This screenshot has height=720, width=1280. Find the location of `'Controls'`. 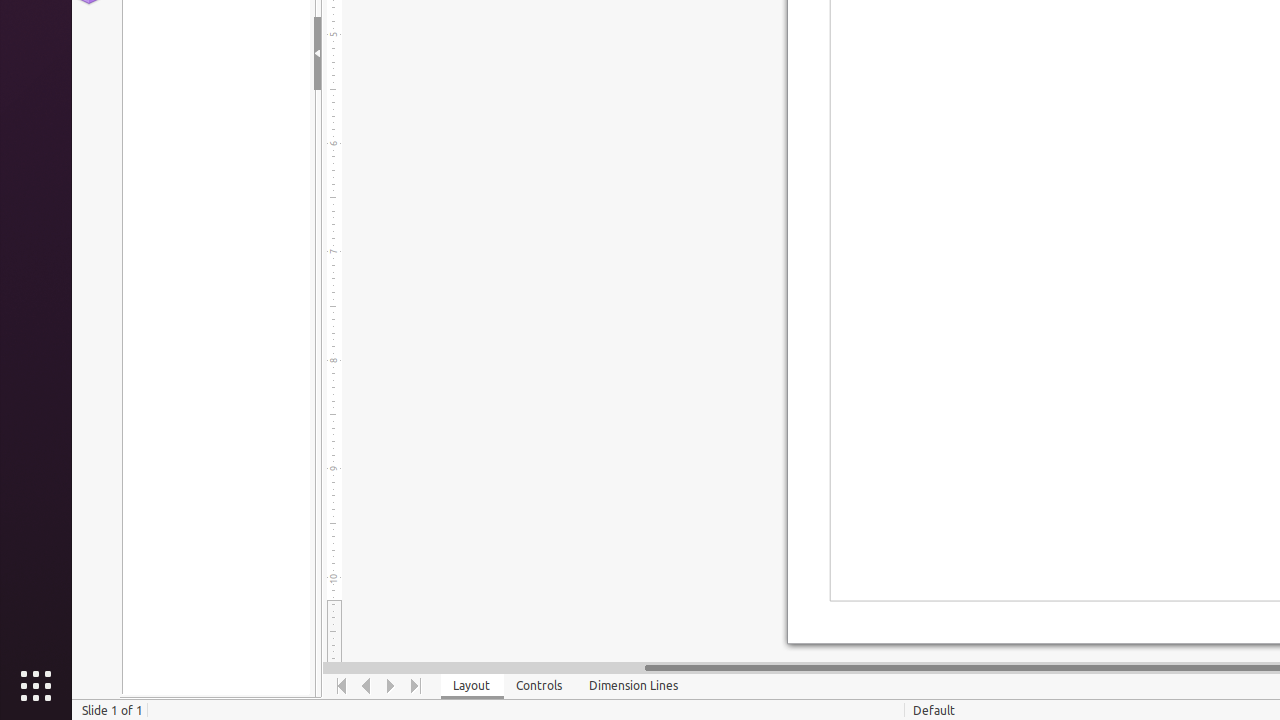

'Controls' is located at coordinates (540, 685).